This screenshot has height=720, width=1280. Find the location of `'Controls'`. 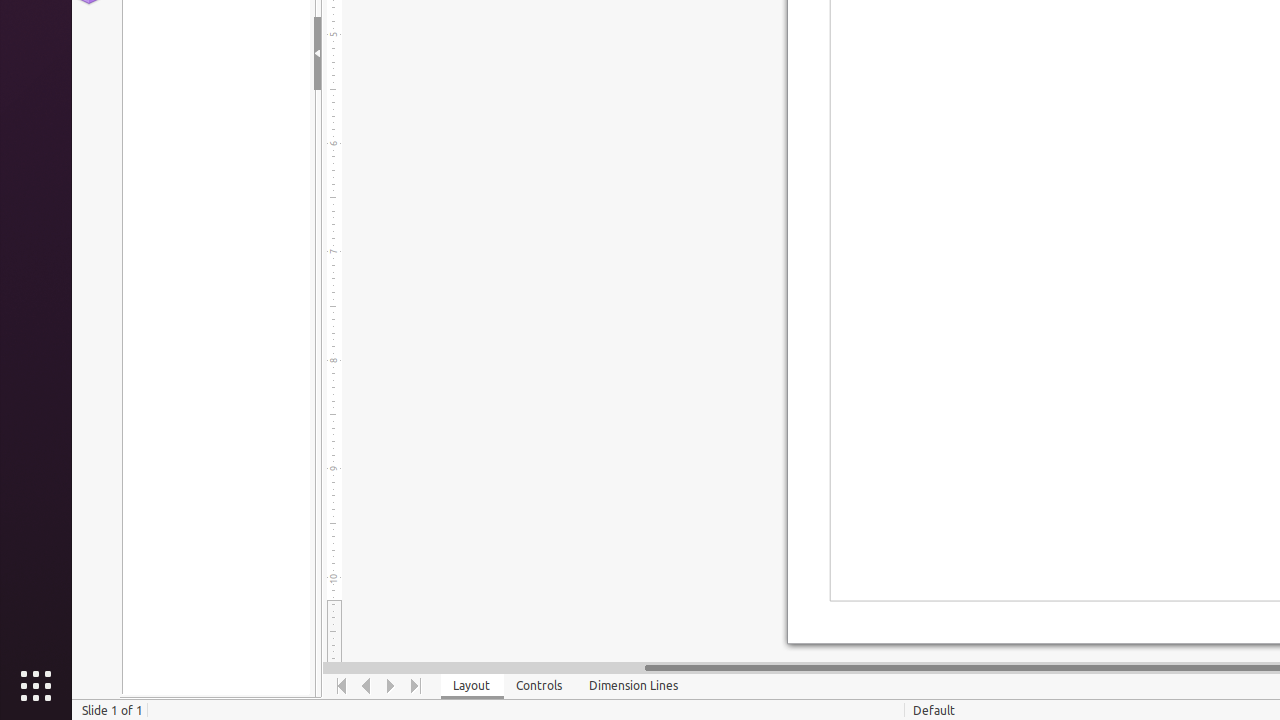

'Controls' is located at coordinates (540, 685).